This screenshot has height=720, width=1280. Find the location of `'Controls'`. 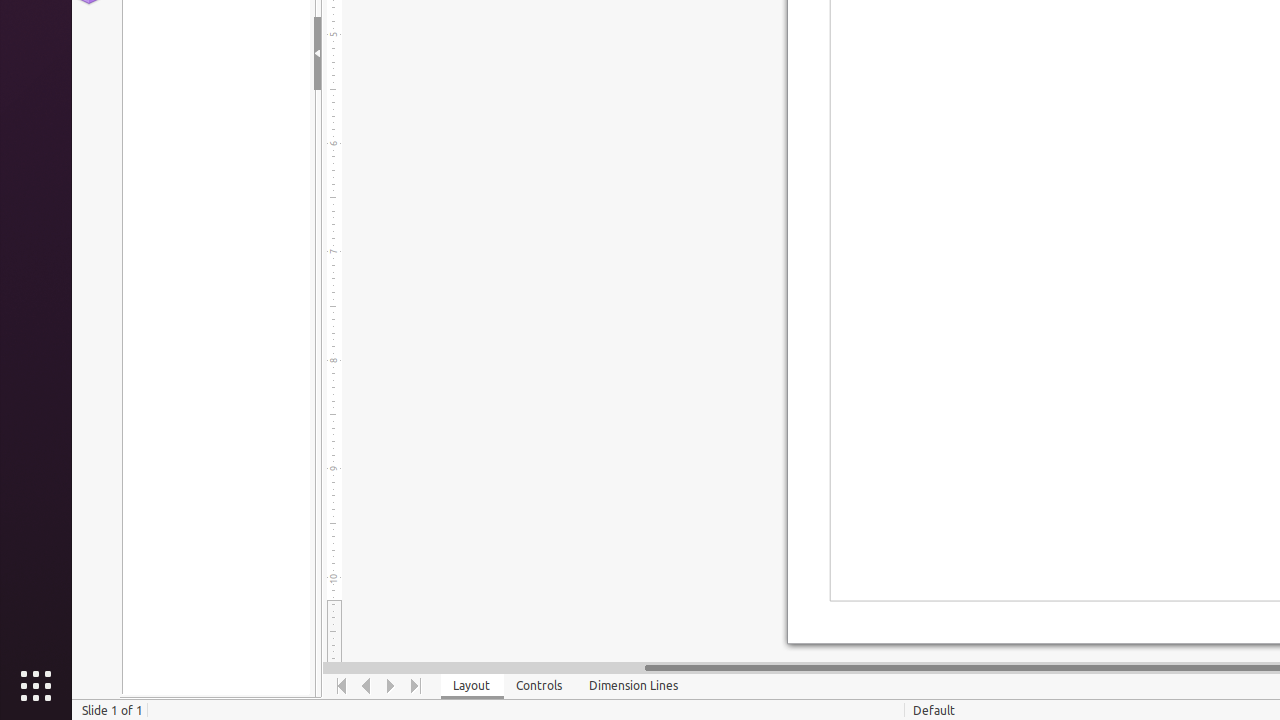

'Controls' is located at coordinates (540, 685).